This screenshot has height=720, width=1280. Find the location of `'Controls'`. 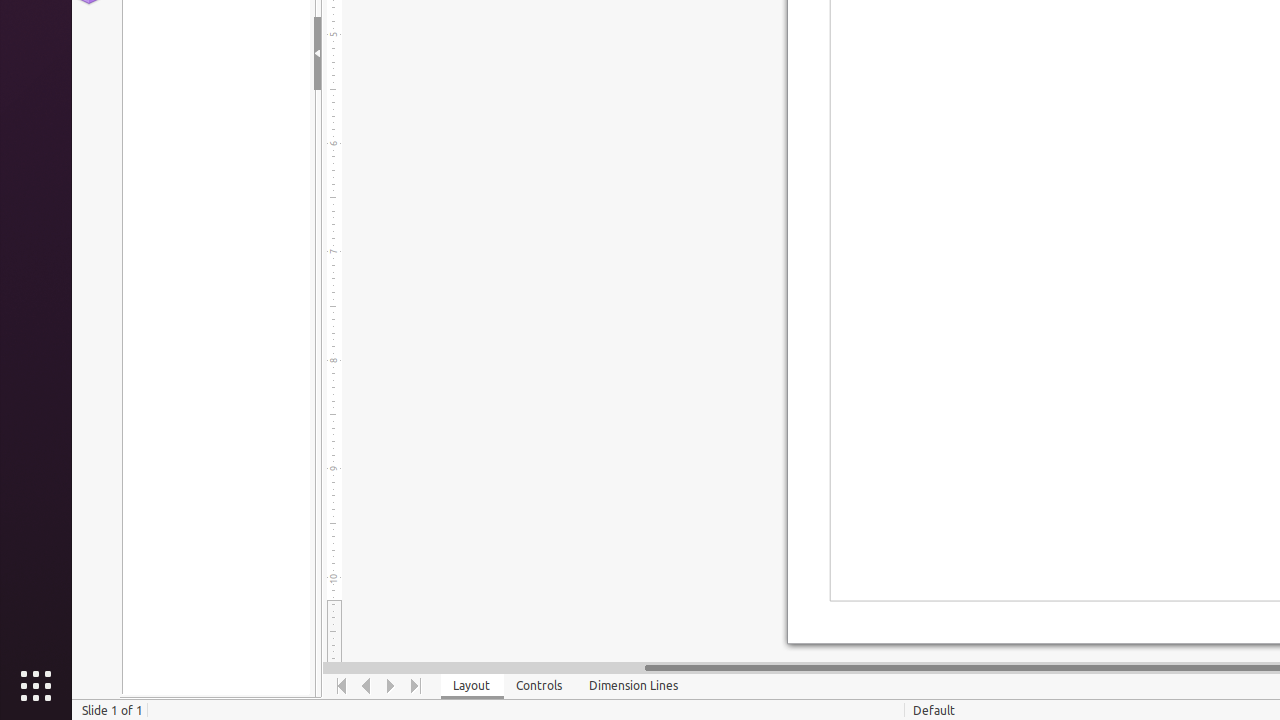

'Controls' is located at coordinates (540, 685).